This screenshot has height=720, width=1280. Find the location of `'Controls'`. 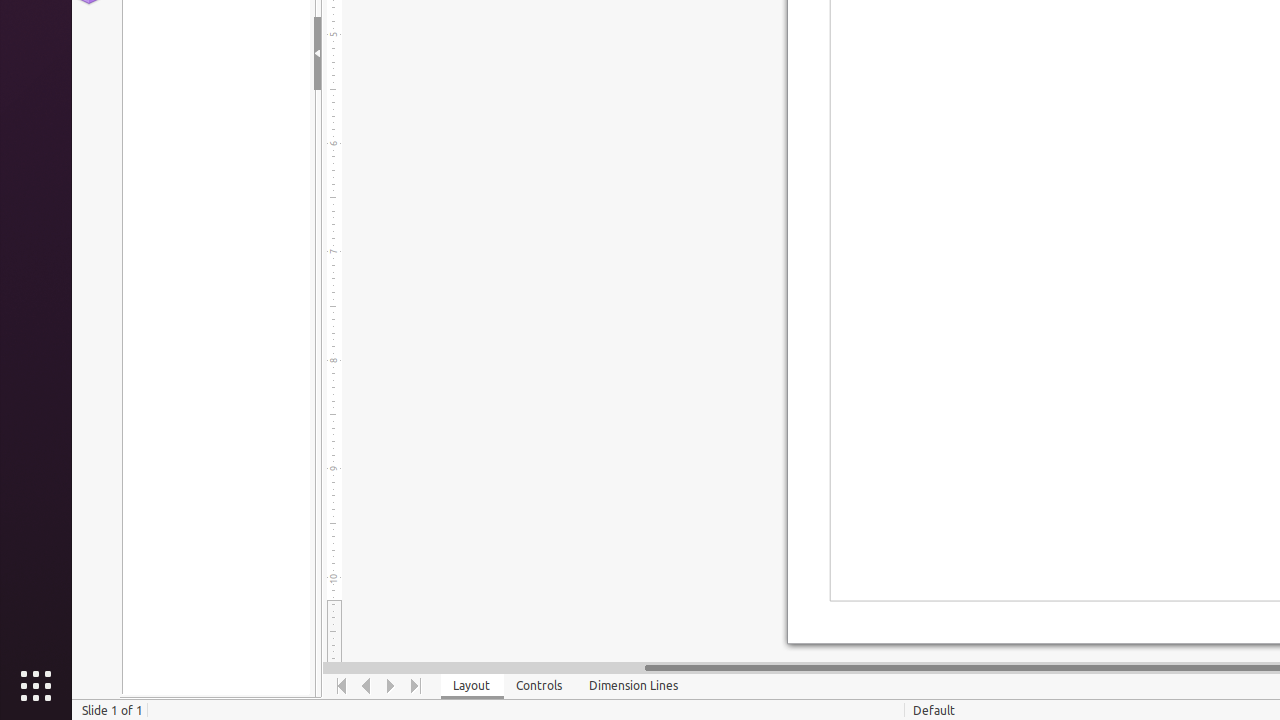

'Controls' is located at coordinates (540, 685).